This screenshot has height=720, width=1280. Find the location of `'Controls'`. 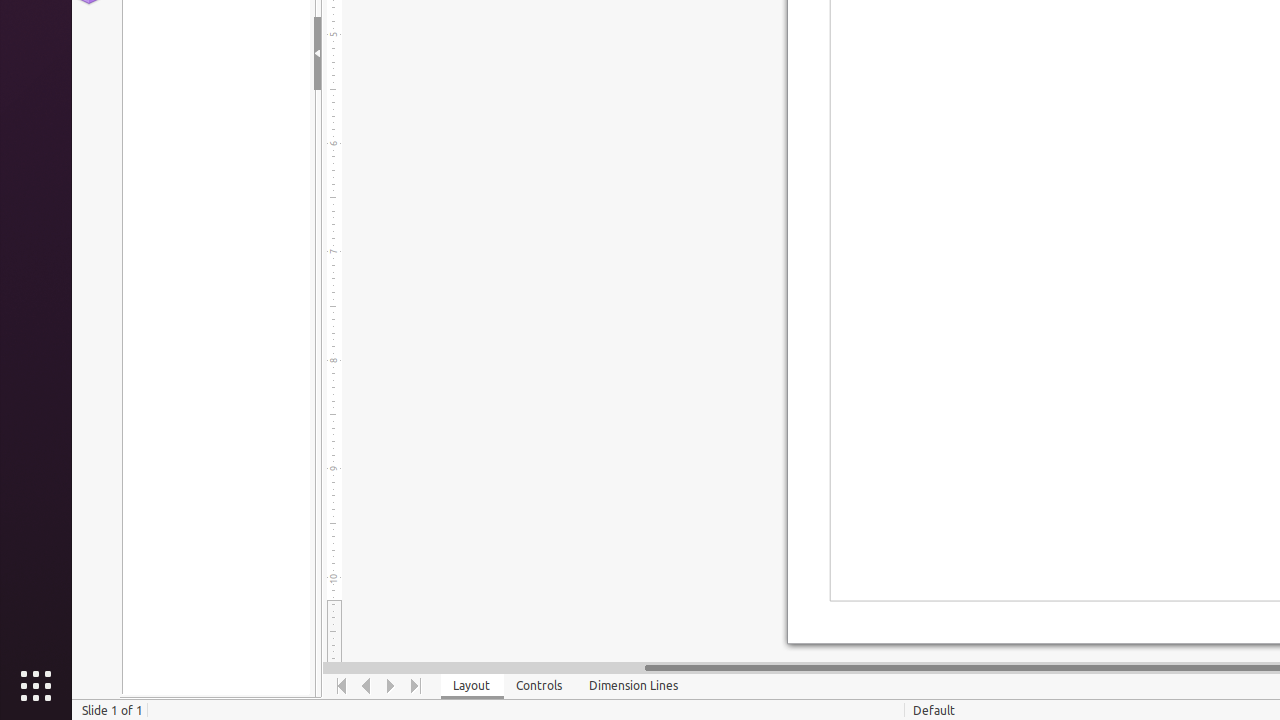

'Controls' is located at coordinates (540, 685).